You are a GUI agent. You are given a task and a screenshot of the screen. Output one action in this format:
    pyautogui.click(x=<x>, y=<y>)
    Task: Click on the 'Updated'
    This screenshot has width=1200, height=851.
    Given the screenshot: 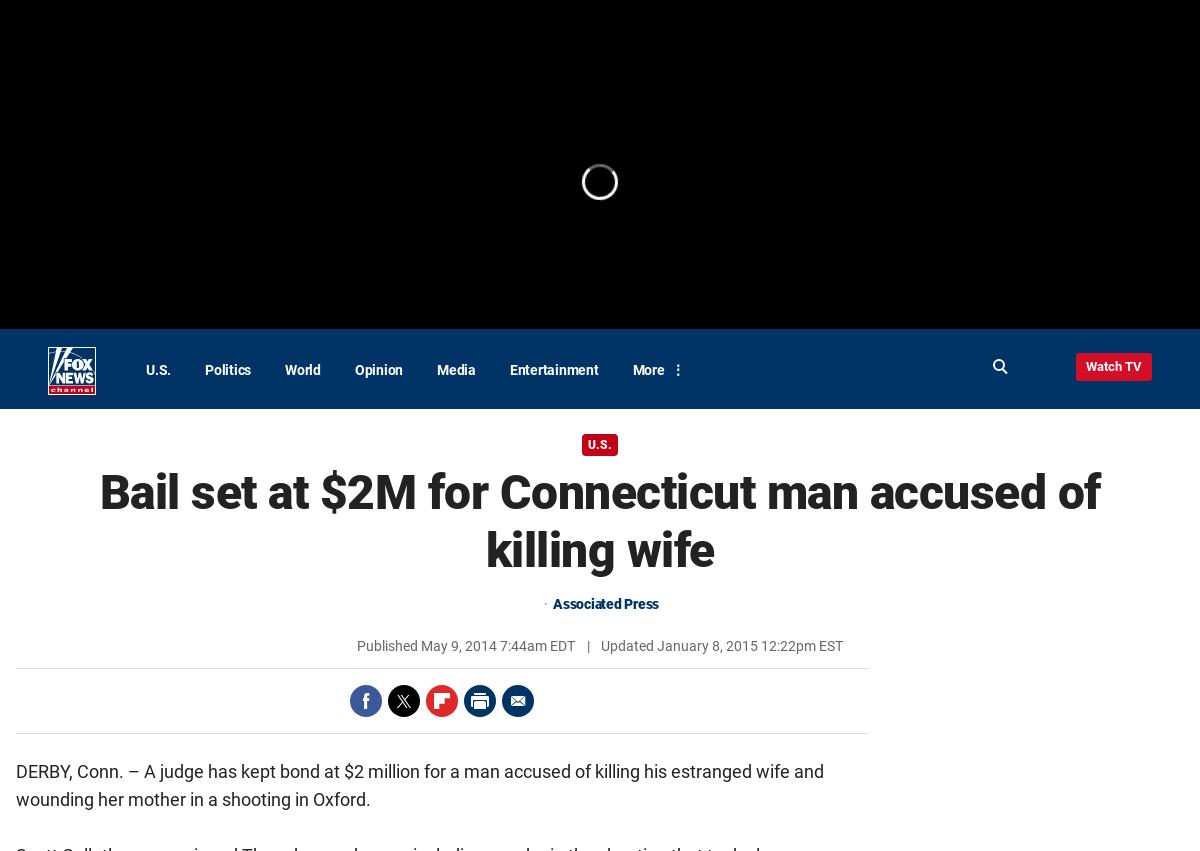 What is the action you would take?
    pyautogui.click(x=596, y=644)
    